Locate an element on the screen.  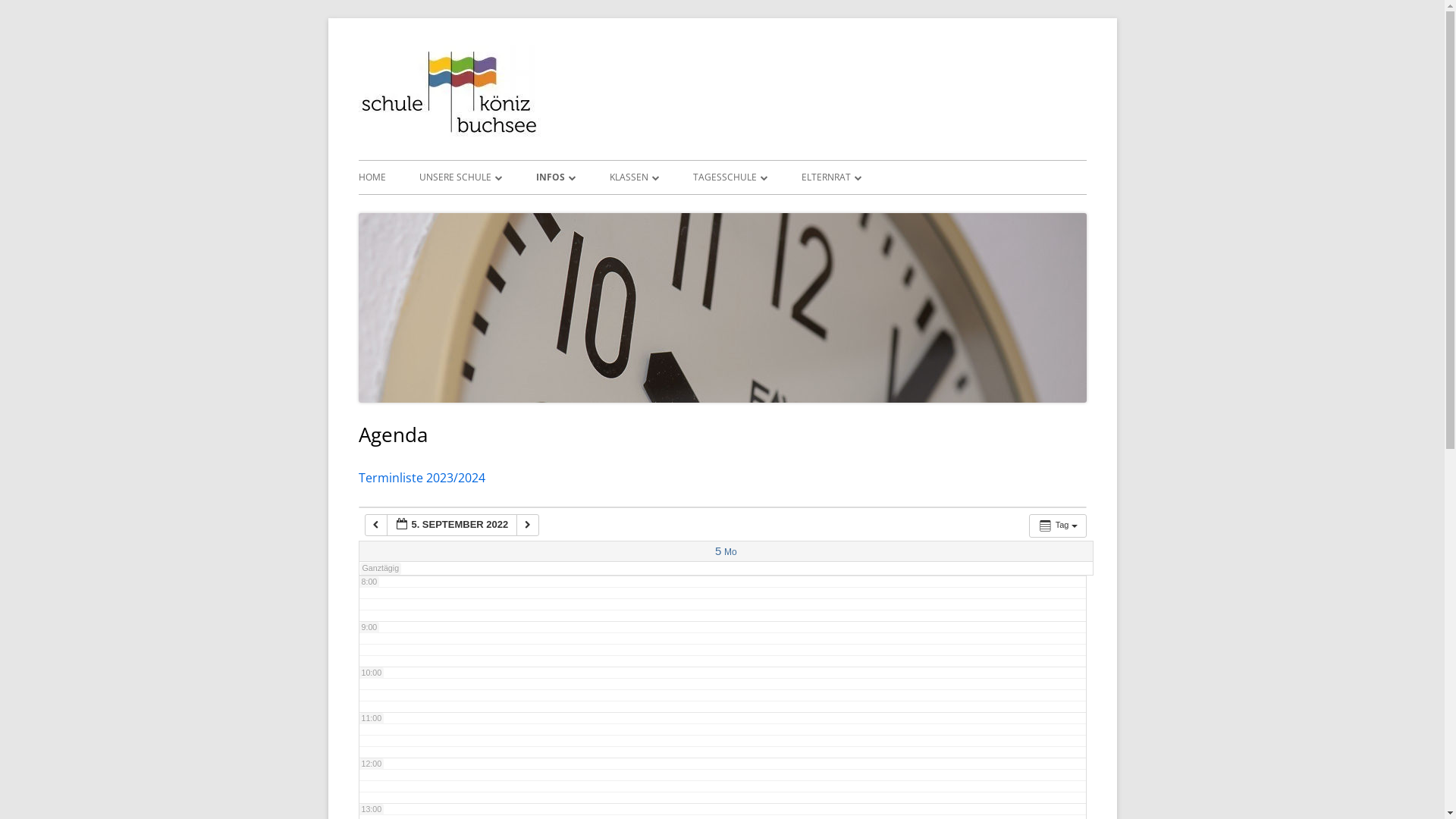
'TAGESSCHULE' is located at coordinates (692, 177).